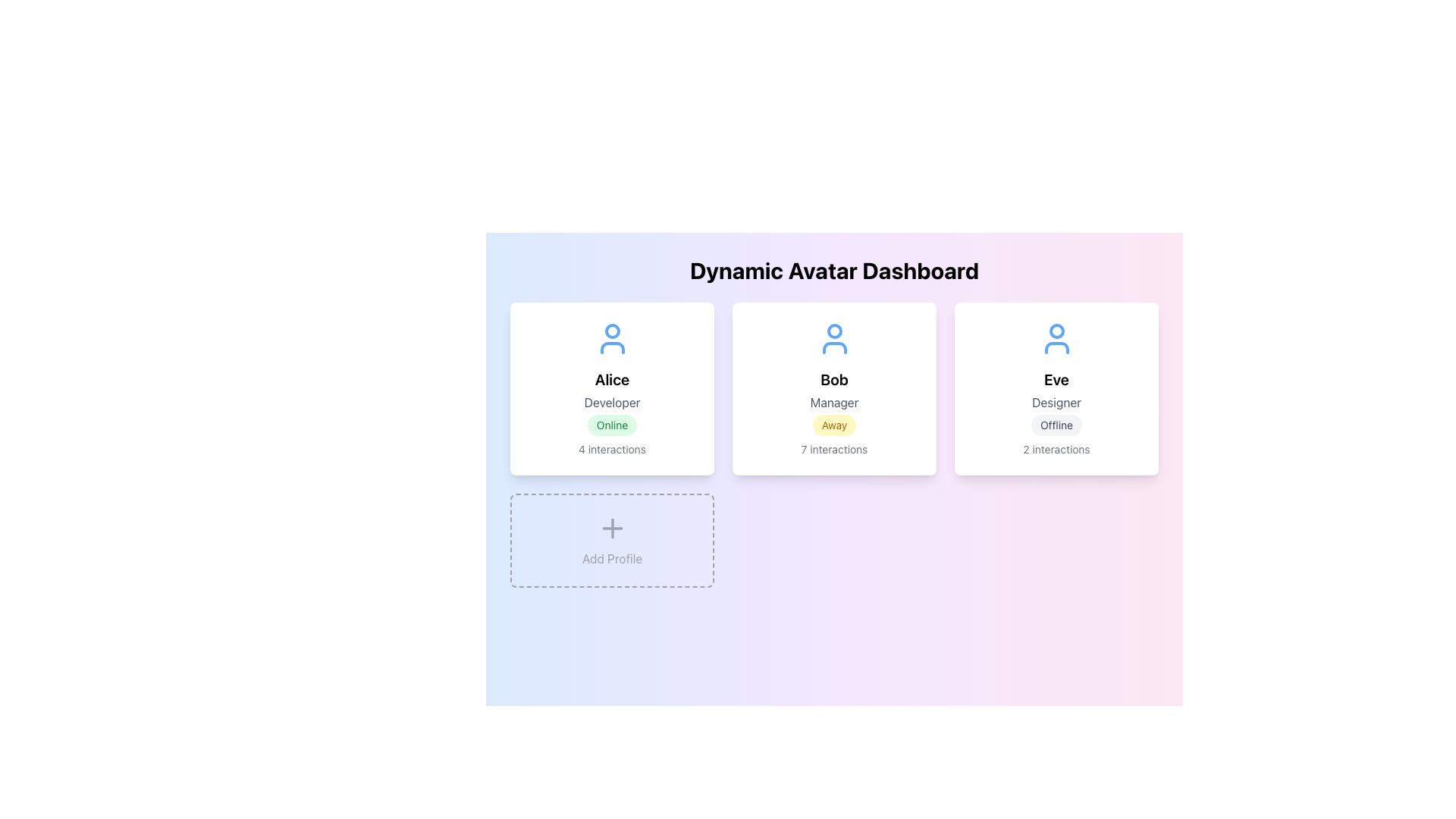 The width and height of the screenshot is (1456, 819). I want to click on the informational label displaying the current status of the user as 'Offline', which is located below the text 'Designer' and above '2 interactions', so click(1056, 425).